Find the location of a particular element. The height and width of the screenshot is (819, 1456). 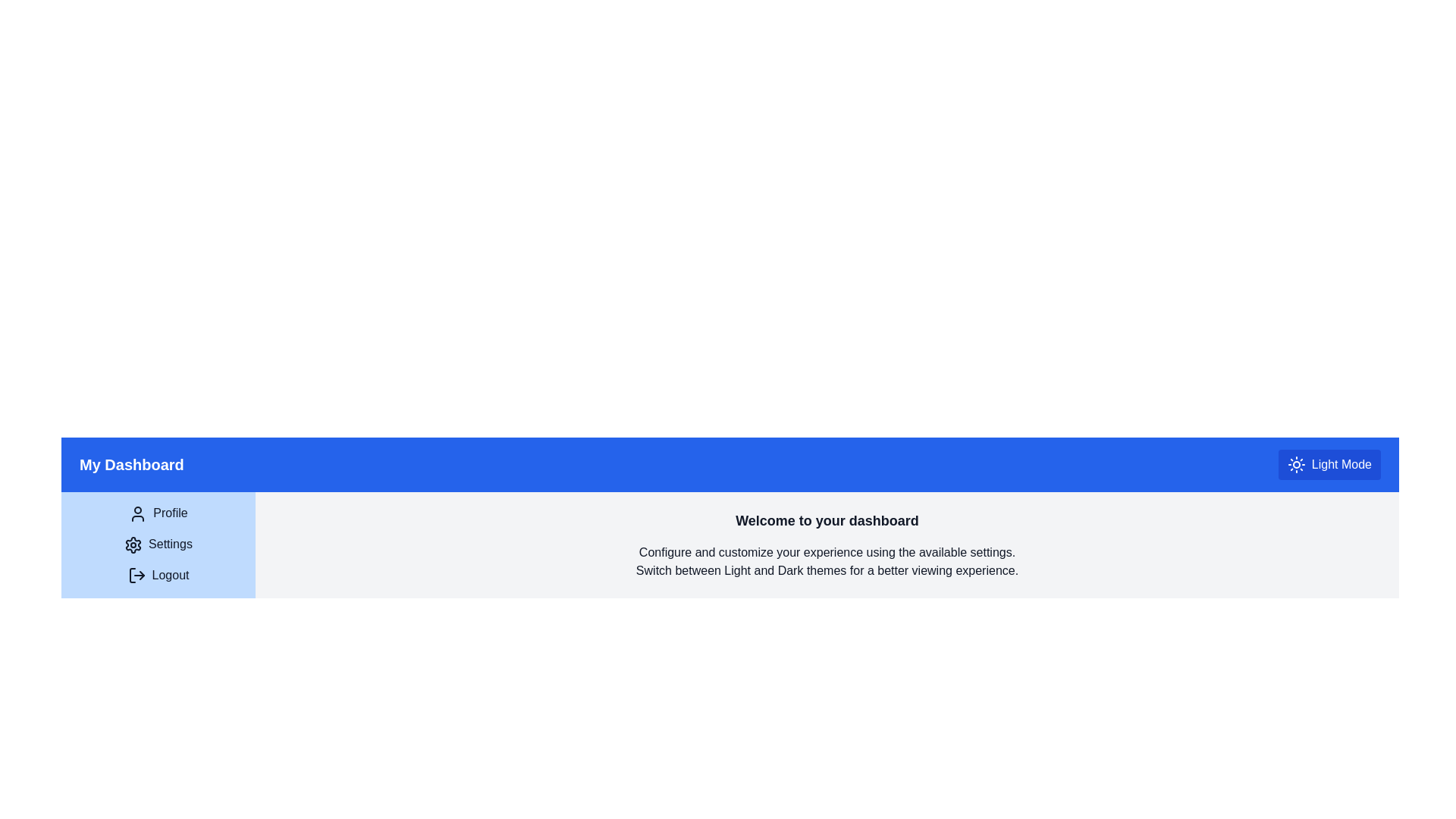

the 'Settings' menu item, which is the second item in a vertically stacked menu section containing 'Profile', 'Settings', and 'Logout' is located at coordinates (158, 543).